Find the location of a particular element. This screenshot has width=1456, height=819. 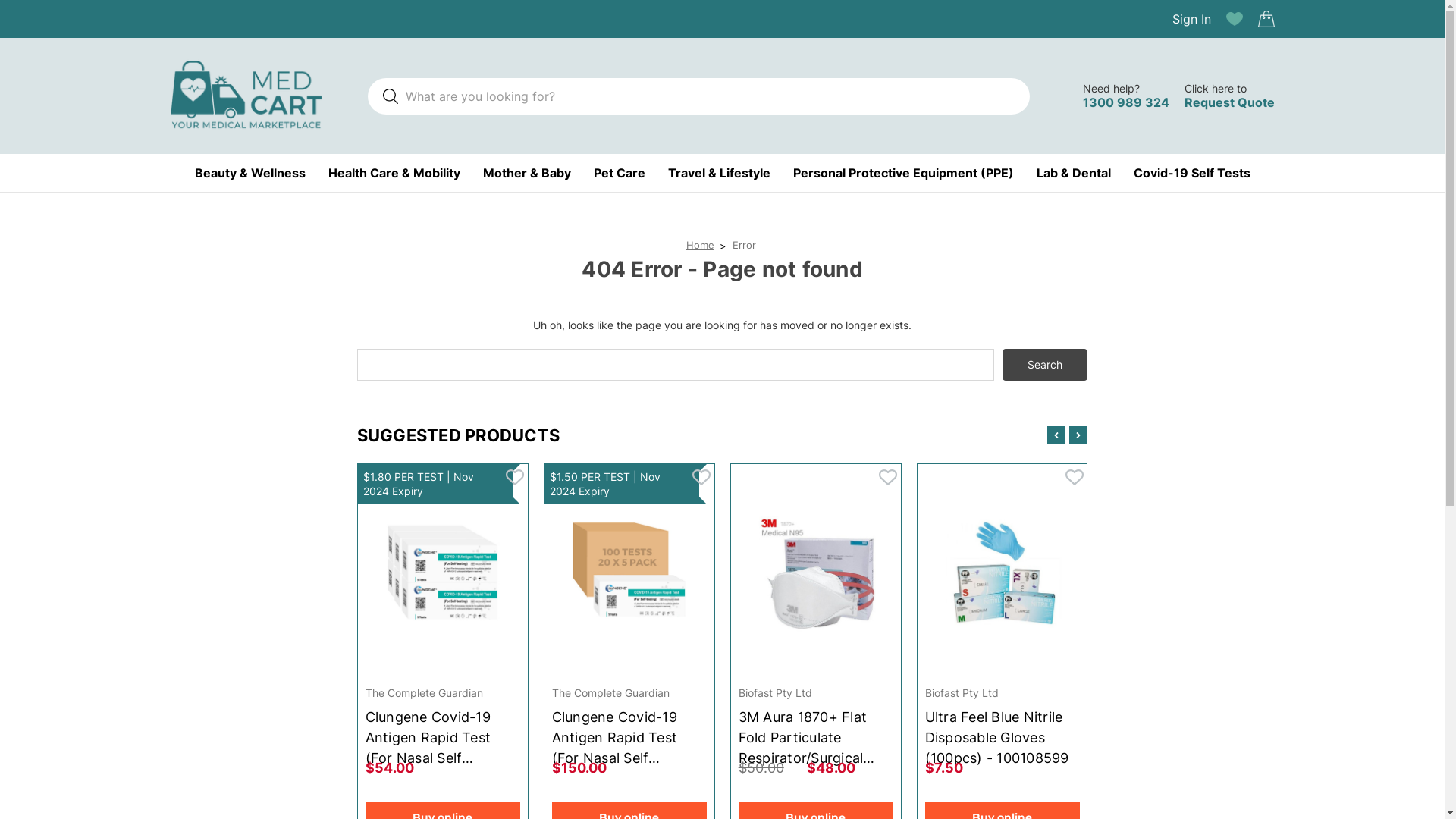

'Health Care & Mobility' is located at coordinates (393, 171).